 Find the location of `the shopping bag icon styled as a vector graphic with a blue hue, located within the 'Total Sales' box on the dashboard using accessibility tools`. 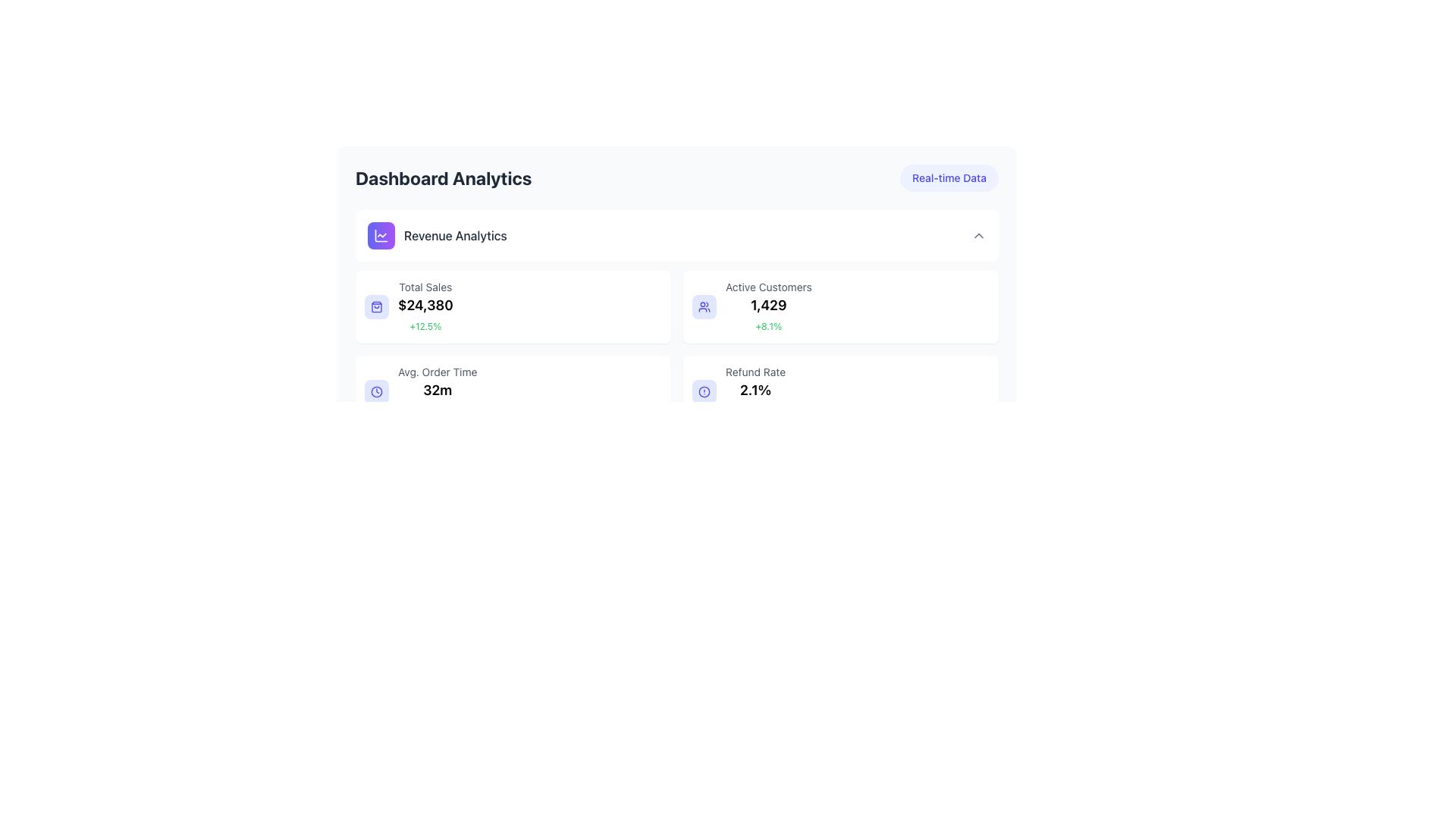

the shopping bag icon styled as a vector graphic with a blue hue, located within the 'Total Sales' box on the dashboard using accessibility tools is located at coordinates (377, 307).